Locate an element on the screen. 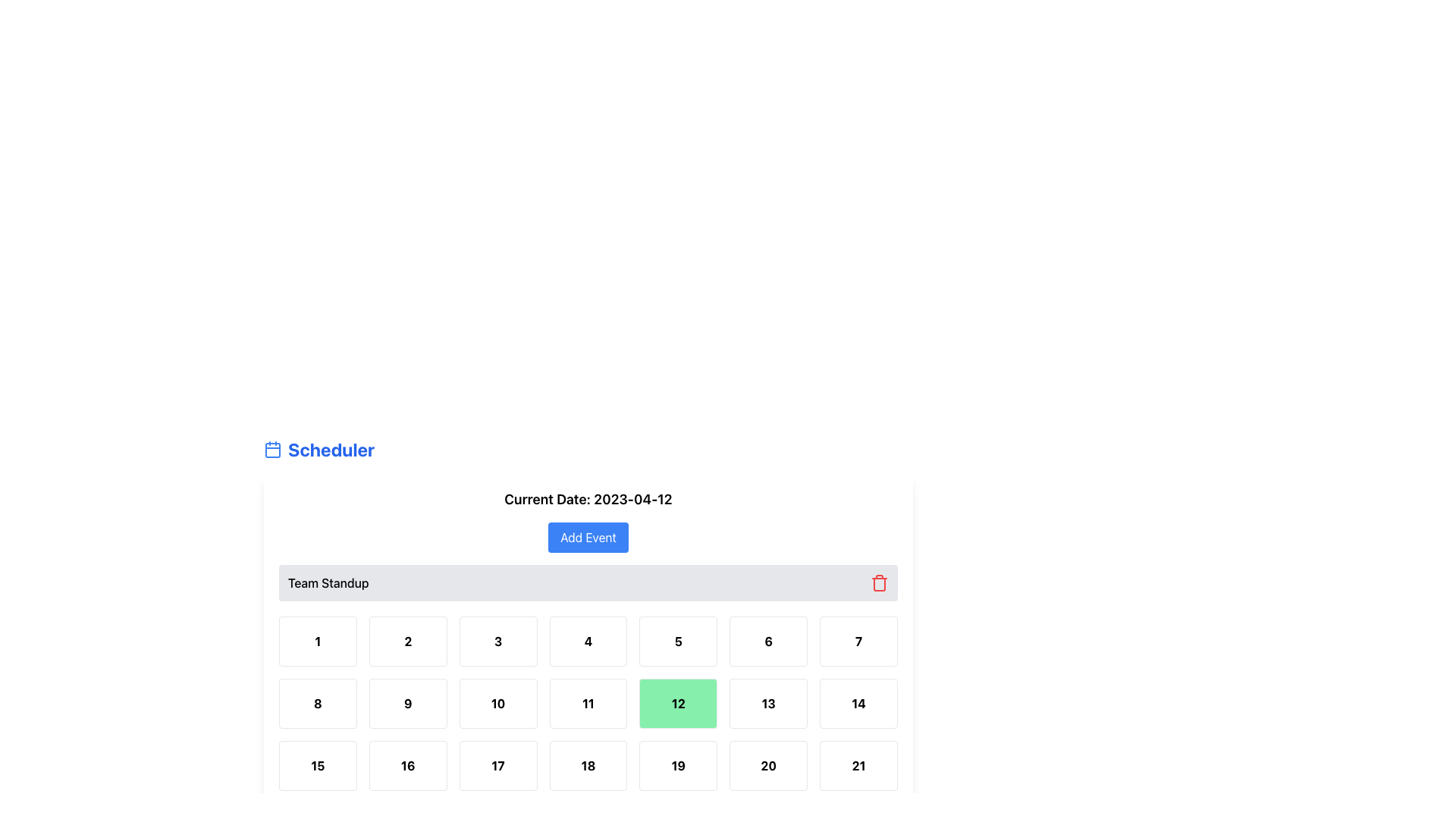  the green button labeled '12' located in the second row and fifth column of the grid is located at coordinates (677, 704).